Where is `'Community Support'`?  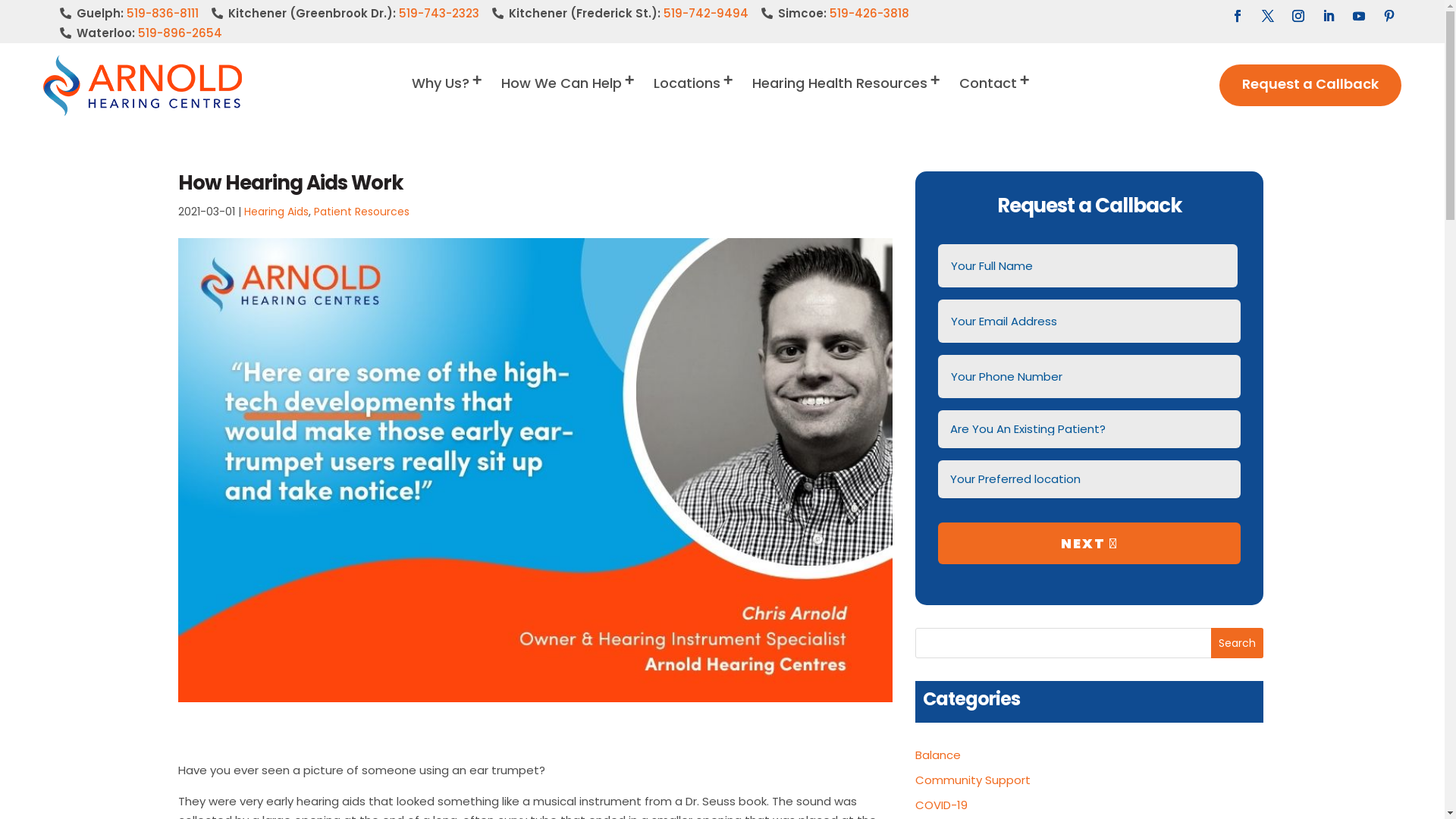
'Community Support' is located at coordinates (914, 780).